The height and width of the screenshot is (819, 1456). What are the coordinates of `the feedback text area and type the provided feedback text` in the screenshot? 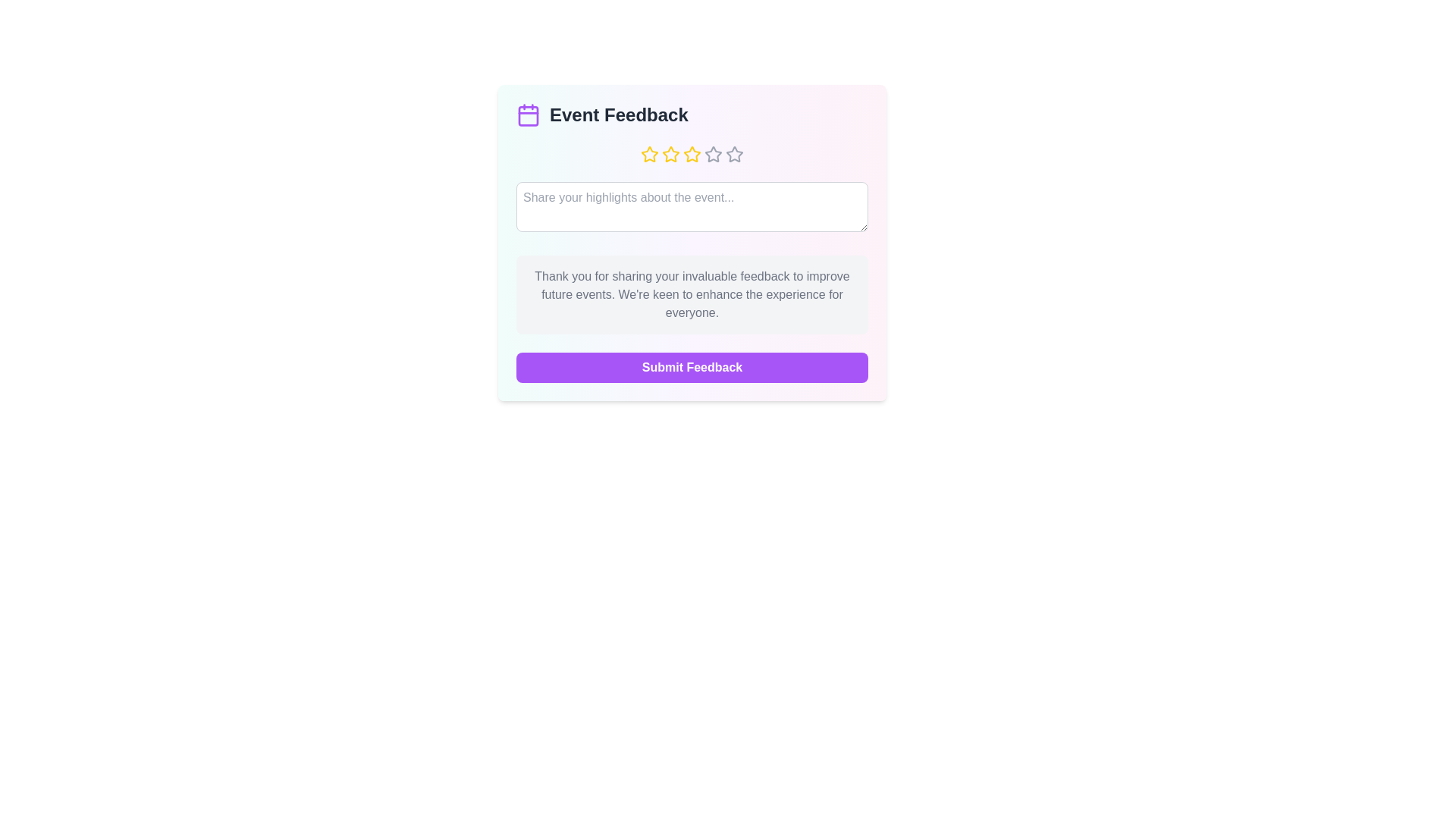 It's located at (691, 207).